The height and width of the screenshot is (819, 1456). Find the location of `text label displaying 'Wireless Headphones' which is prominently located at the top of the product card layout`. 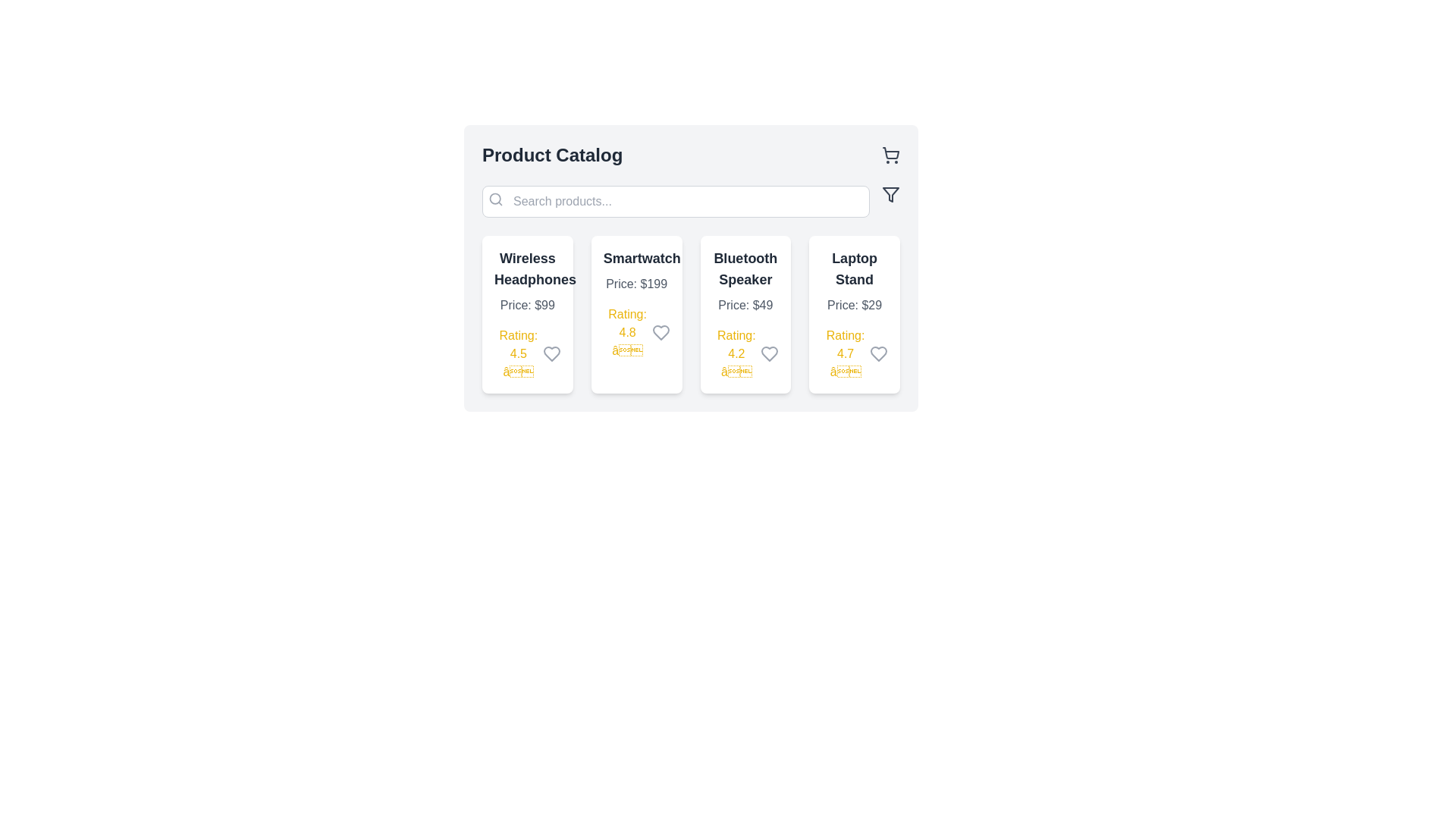

text label displaying 'Wireless Headphones' which is prominently located at the top of the product card layout is located at coordinates (527, 268).